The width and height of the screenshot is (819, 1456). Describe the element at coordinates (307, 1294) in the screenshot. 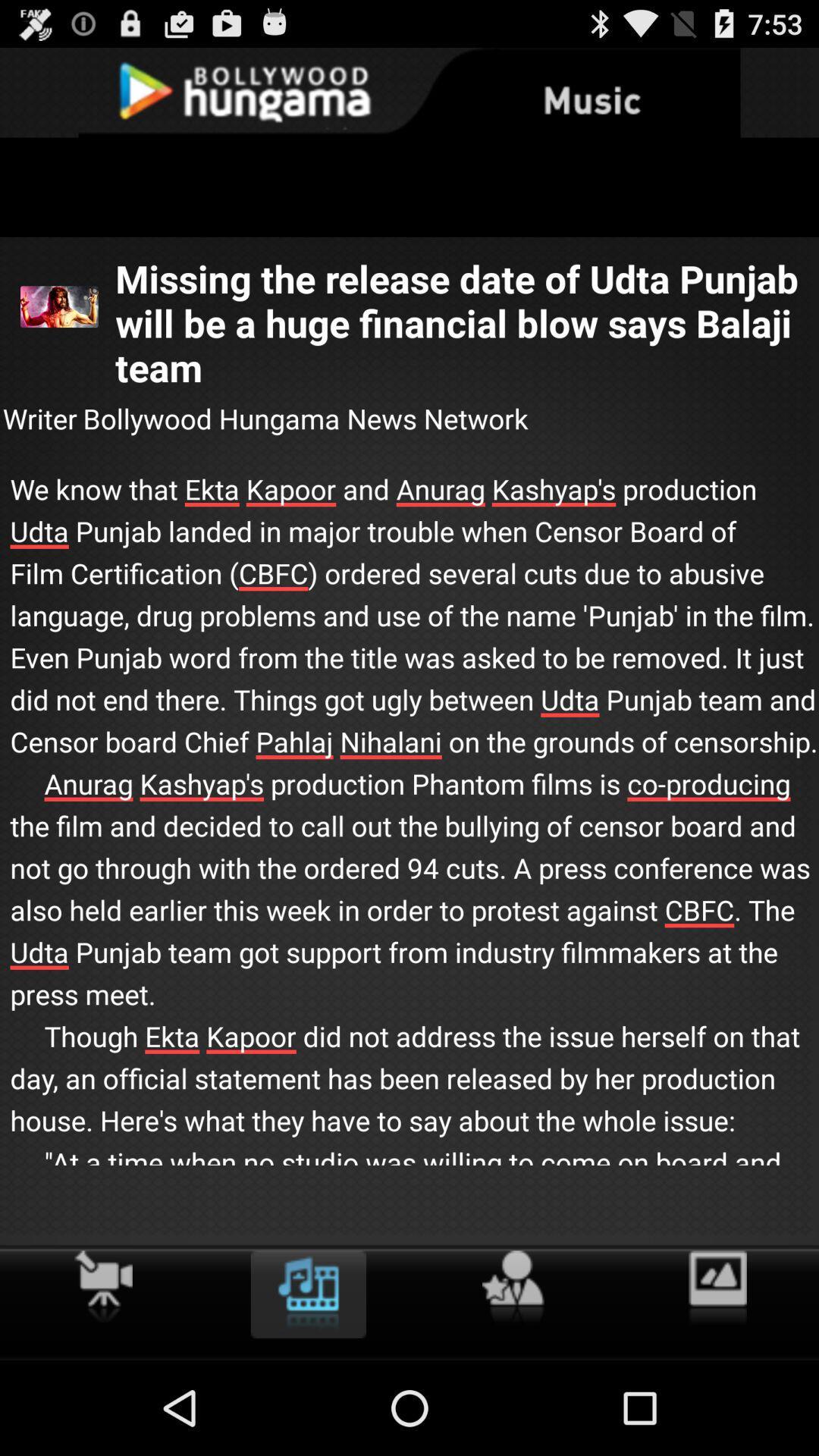

I see `videos and songs by bollywood` at that location.